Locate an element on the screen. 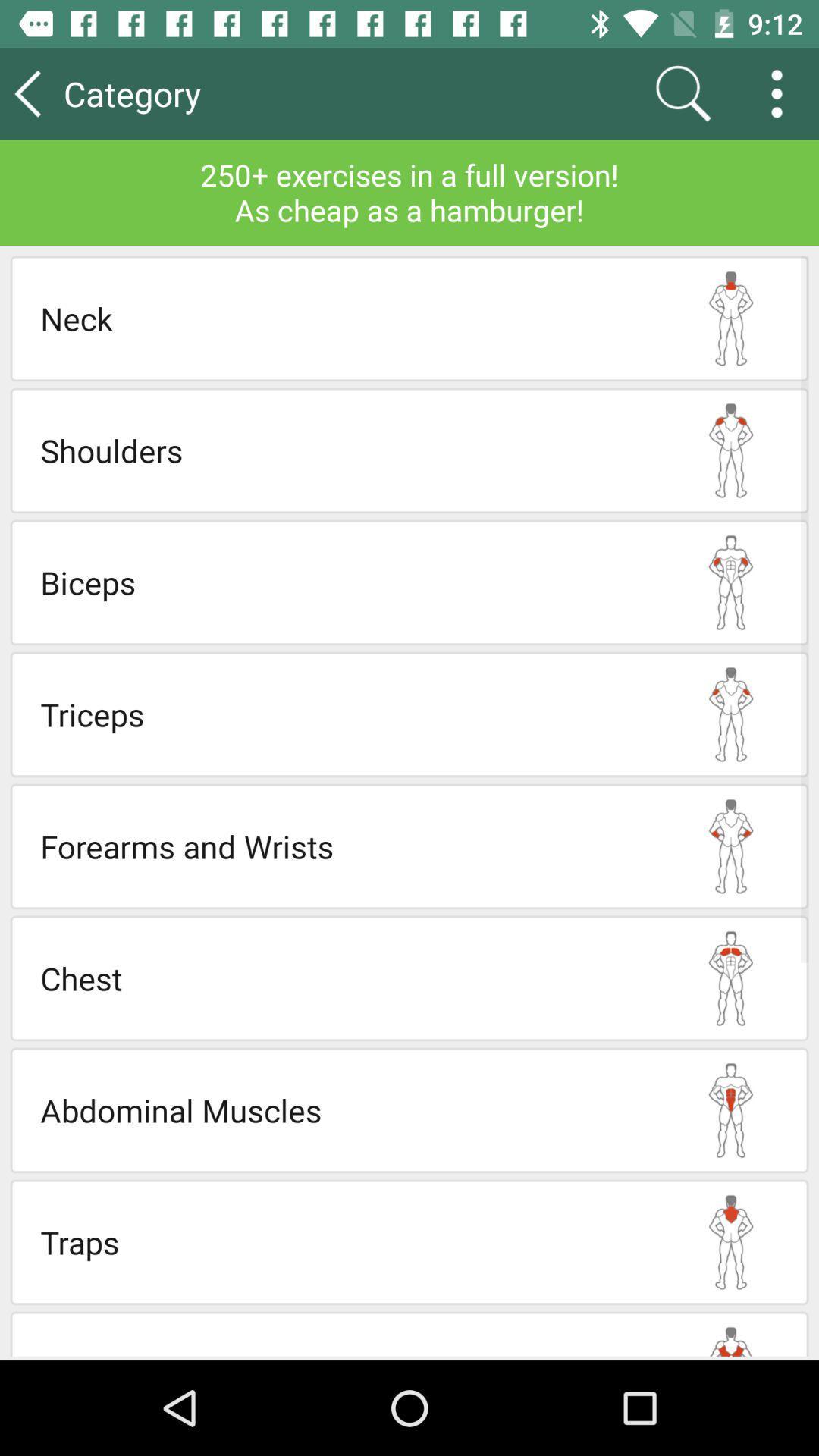  forearms and wrists app is located at coordinates (347, 845).